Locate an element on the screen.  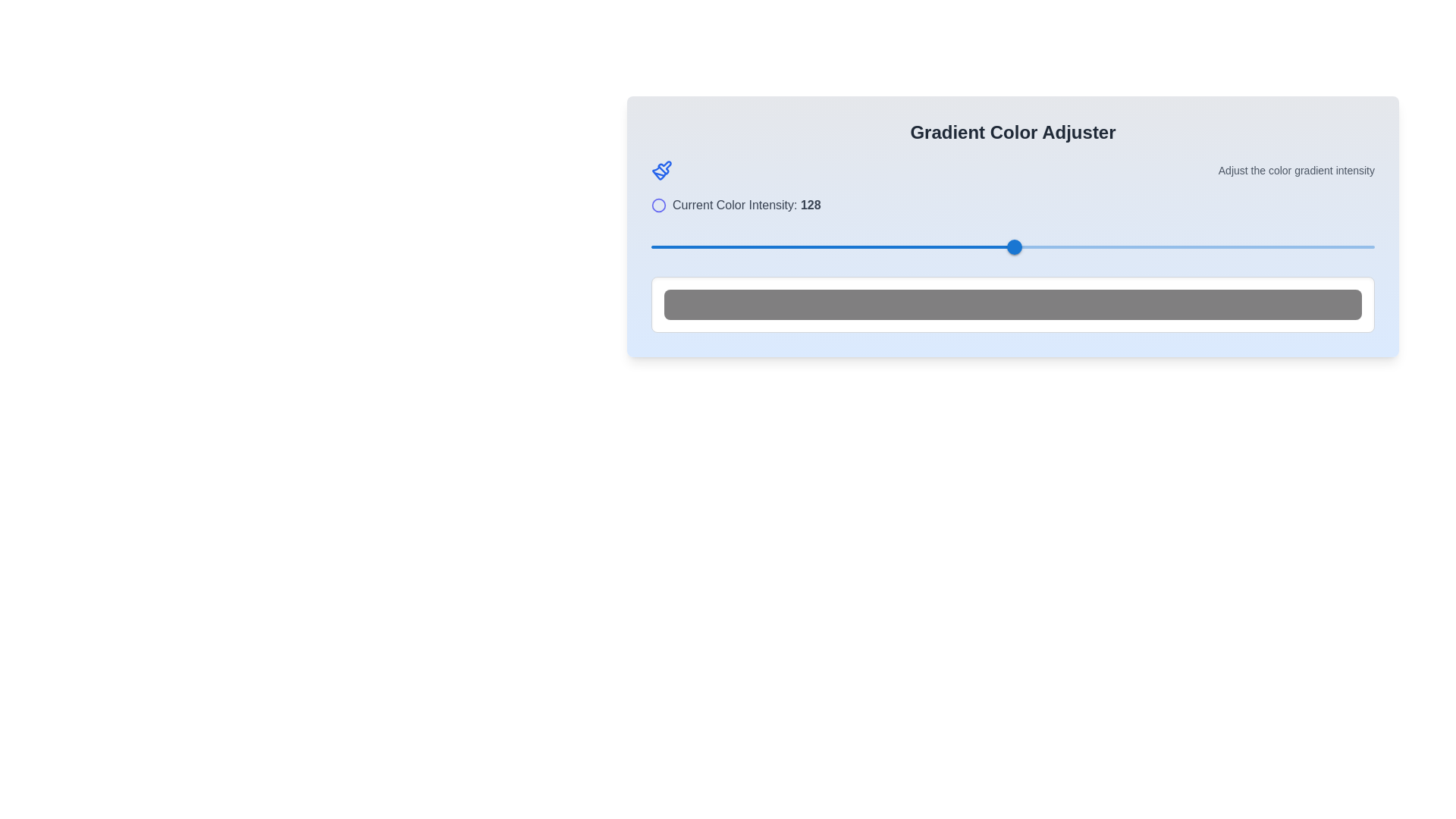
the gradient color intensity is located at coordinates (1224, 246).